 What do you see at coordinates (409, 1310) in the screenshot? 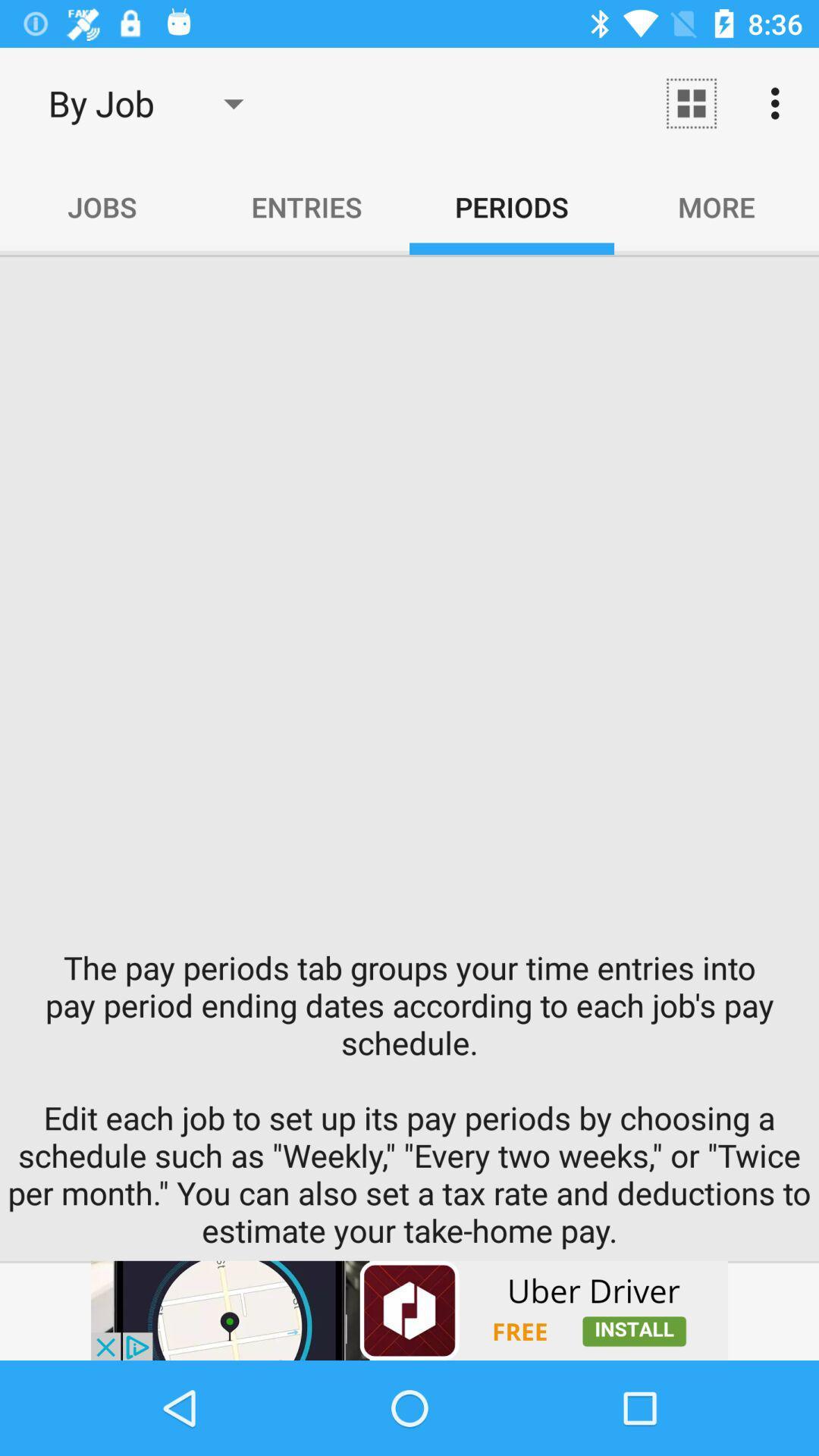
I see `advertisement page` at bounding box center [409, 1310].